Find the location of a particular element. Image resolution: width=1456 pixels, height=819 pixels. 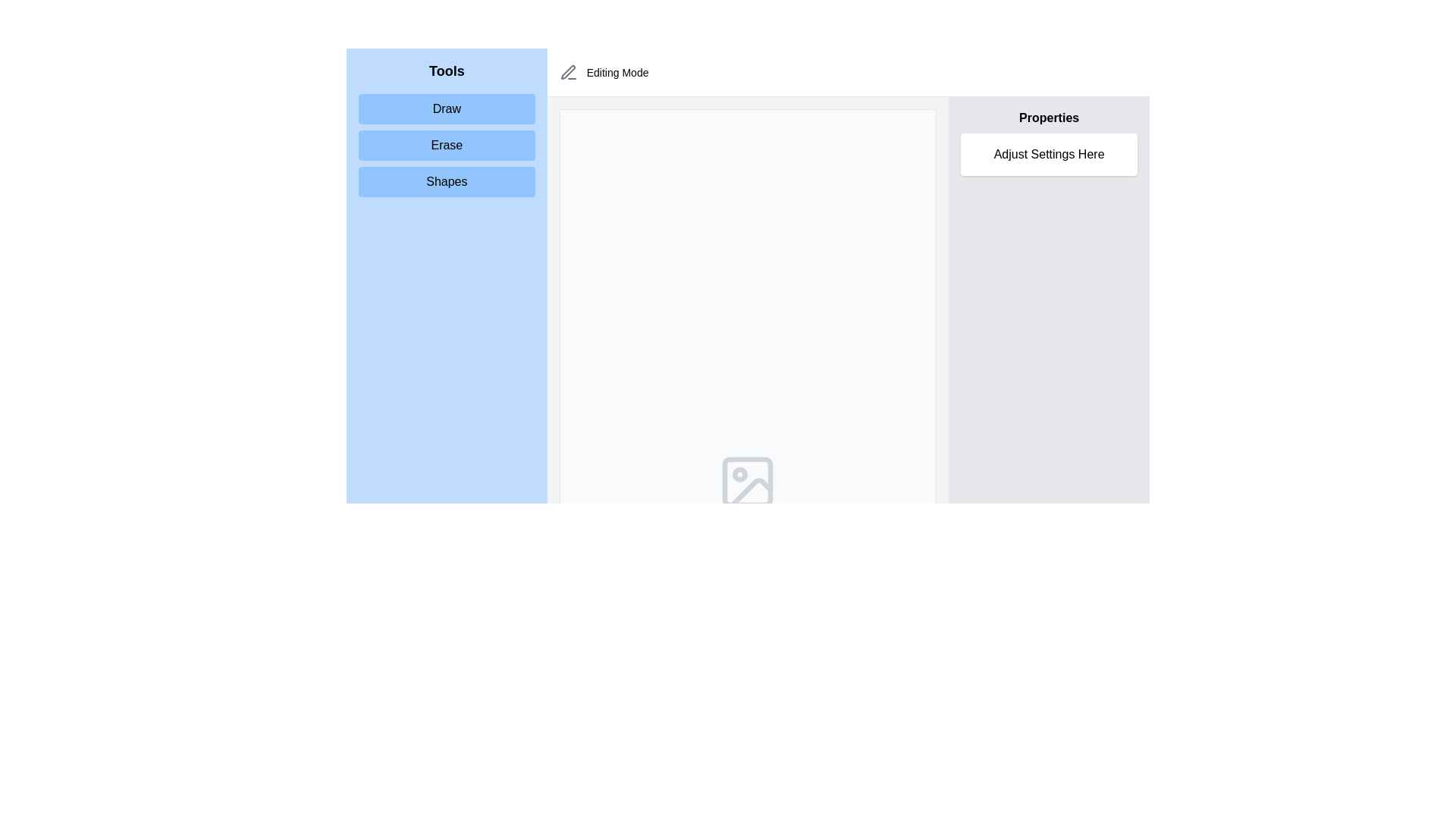

the non-interactive Text Label at the top of the left sidebar that categorizes the interactive tools below is located at coordinates (446, 71).